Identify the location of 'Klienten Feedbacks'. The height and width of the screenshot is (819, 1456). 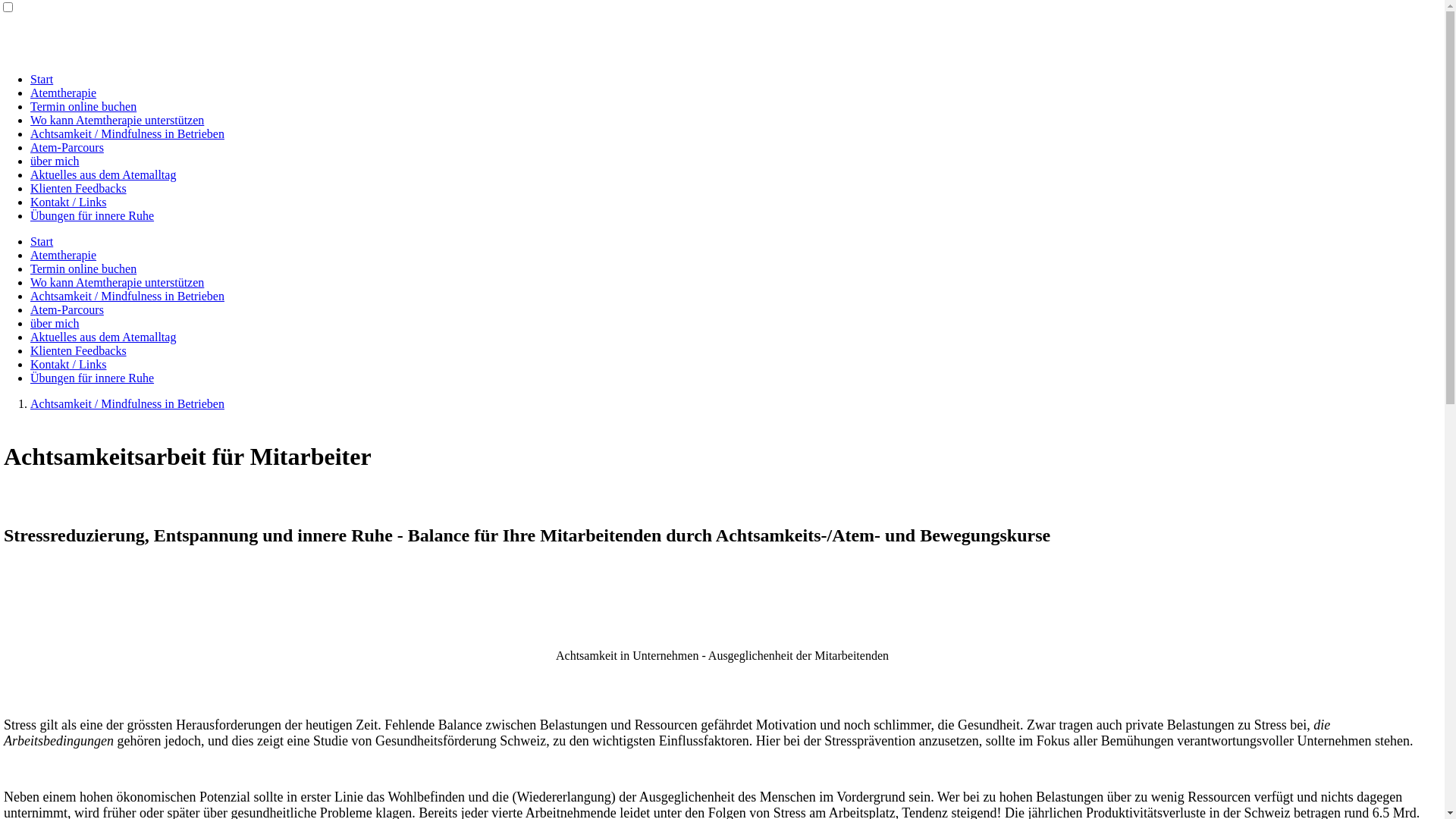
(77, 187).